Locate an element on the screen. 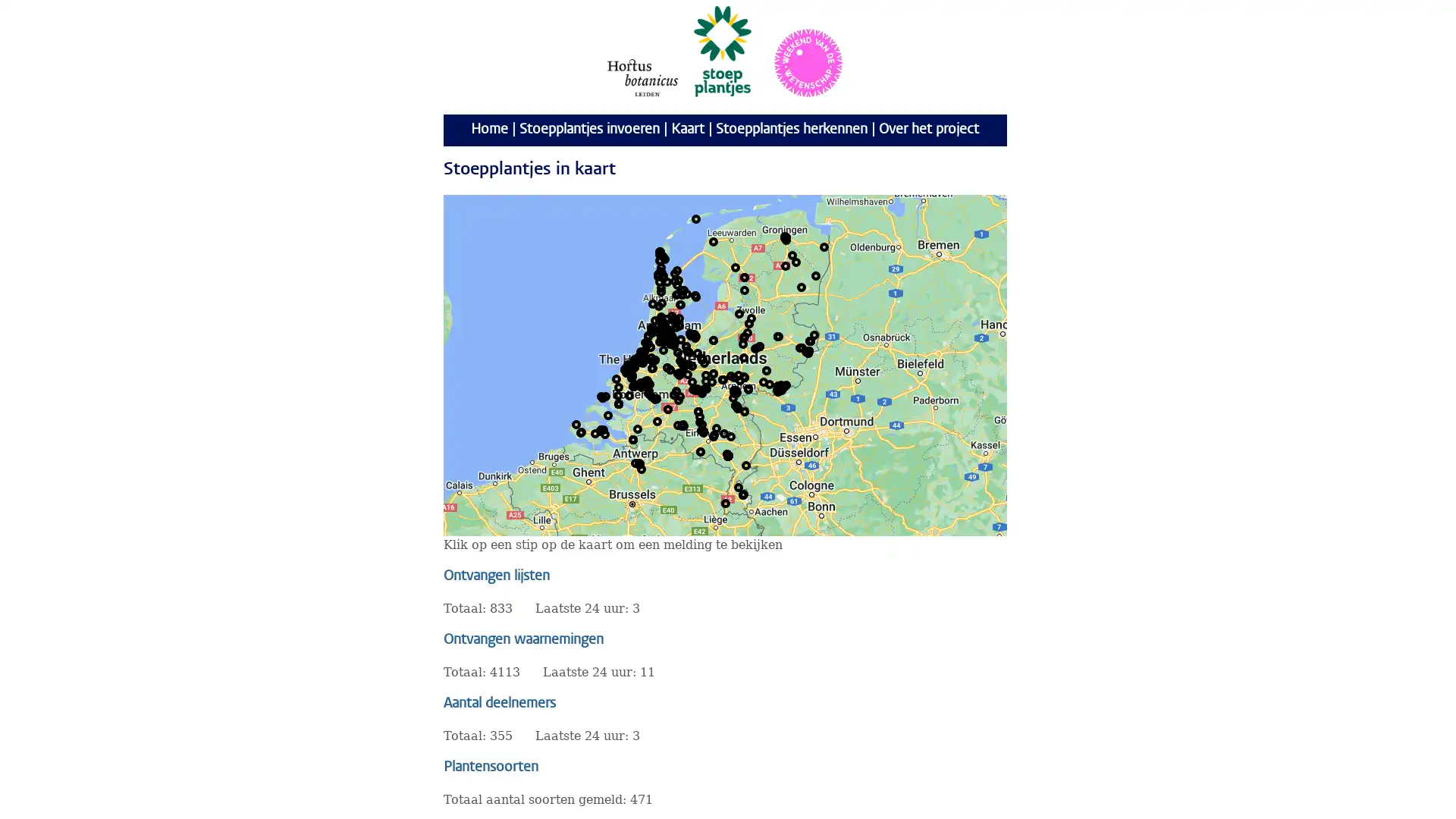 The height and width of the screenshot is (819, 1456). Telling van op 05 mei 2022 is located at coordinates (786, 383).